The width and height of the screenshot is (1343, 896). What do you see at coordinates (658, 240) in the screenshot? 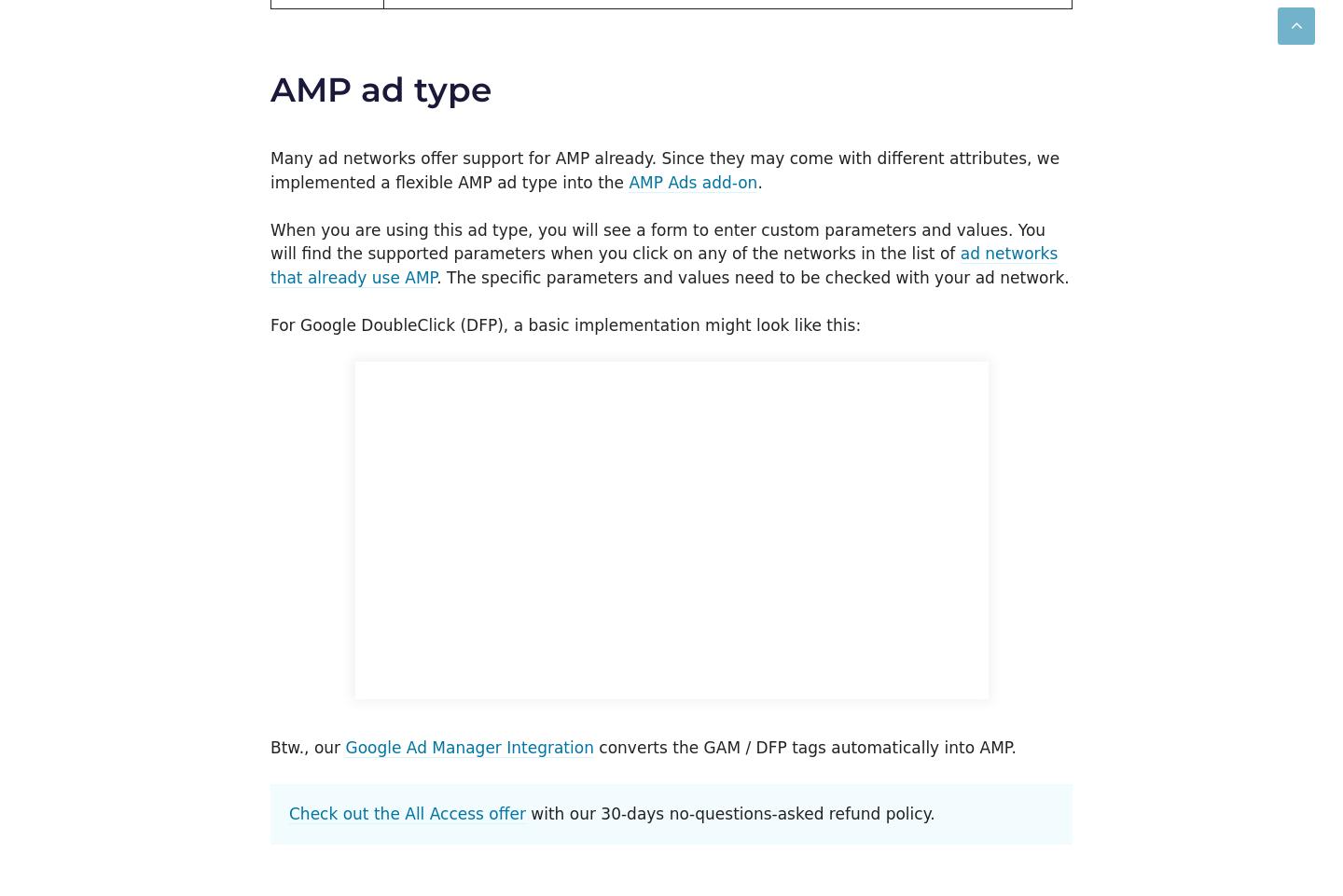
I see `'When you are using this ad type, you will see a form to enter custom parameters and values. You will find the supported parameters when you click on any of the networks in the list of'` at bounding box center [658, 240].